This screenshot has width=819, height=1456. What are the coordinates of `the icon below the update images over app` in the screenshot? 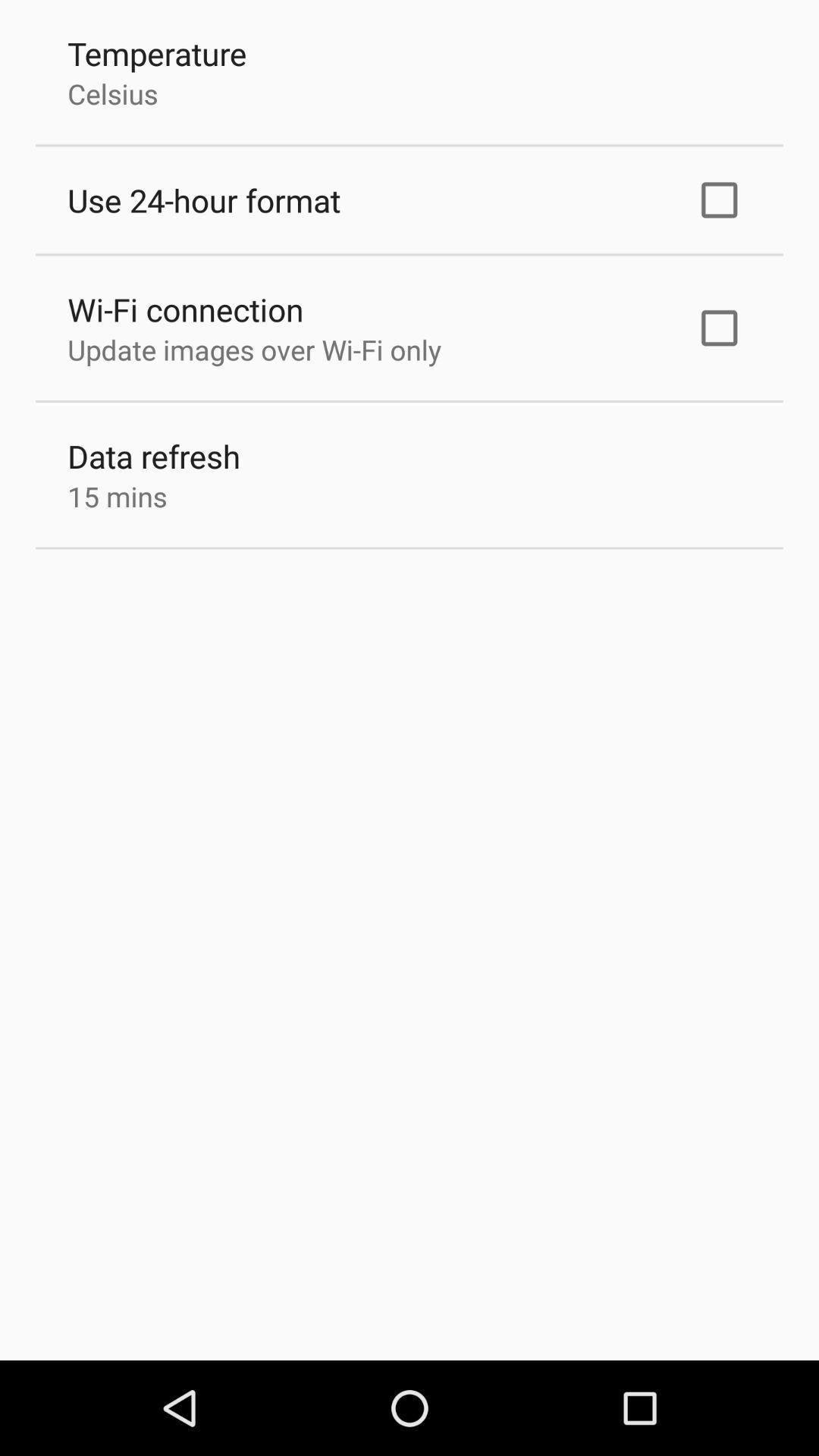 It's located at (154, 455).